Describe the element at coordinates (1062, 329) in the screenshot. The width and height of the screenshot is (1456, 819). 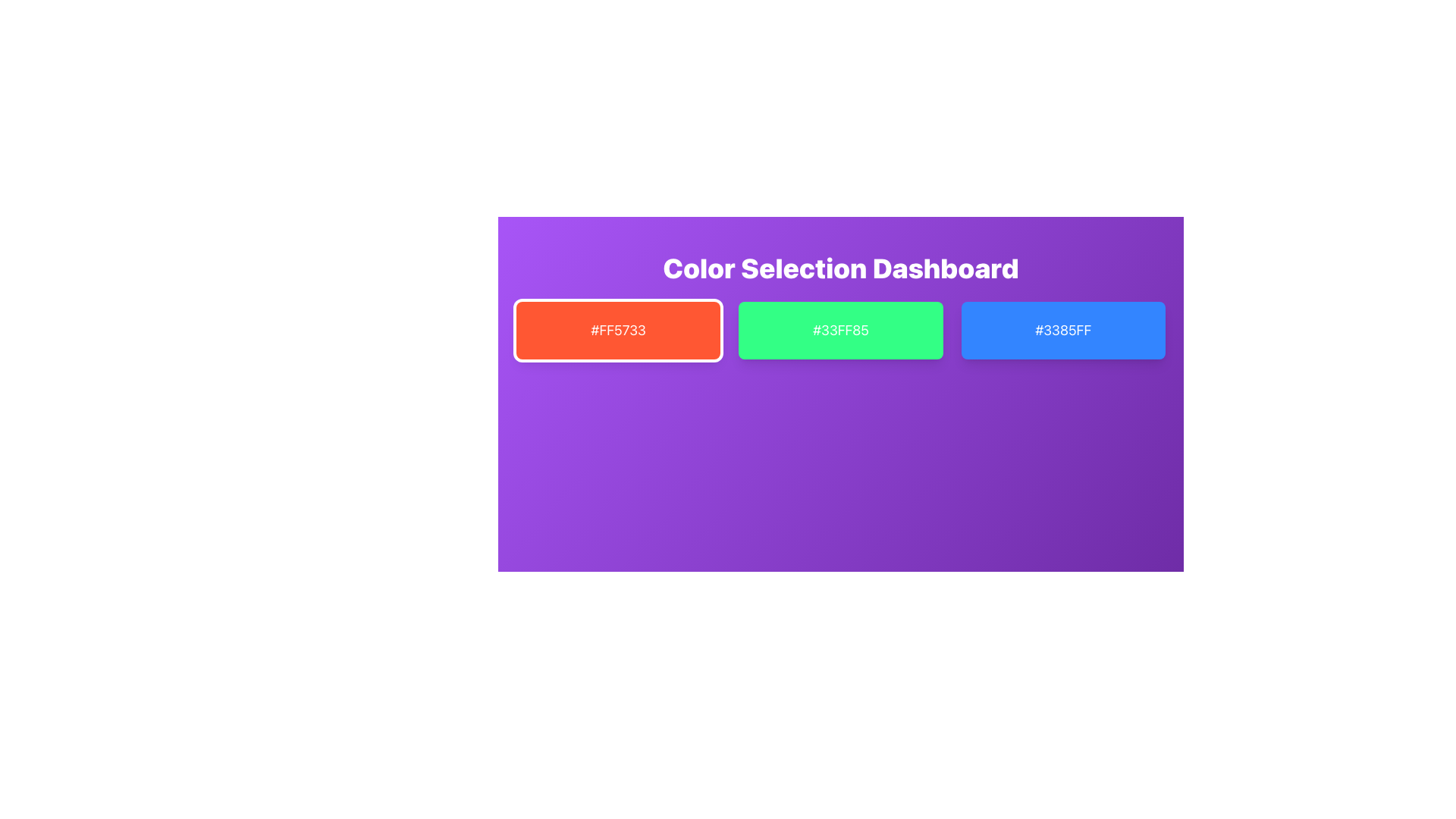
I see `the text element displaying the hexadecimal color code '#3385FF', which is located inside a blue rectangular button on the far right of a row of three color selection buttons on a purple background` at that location.